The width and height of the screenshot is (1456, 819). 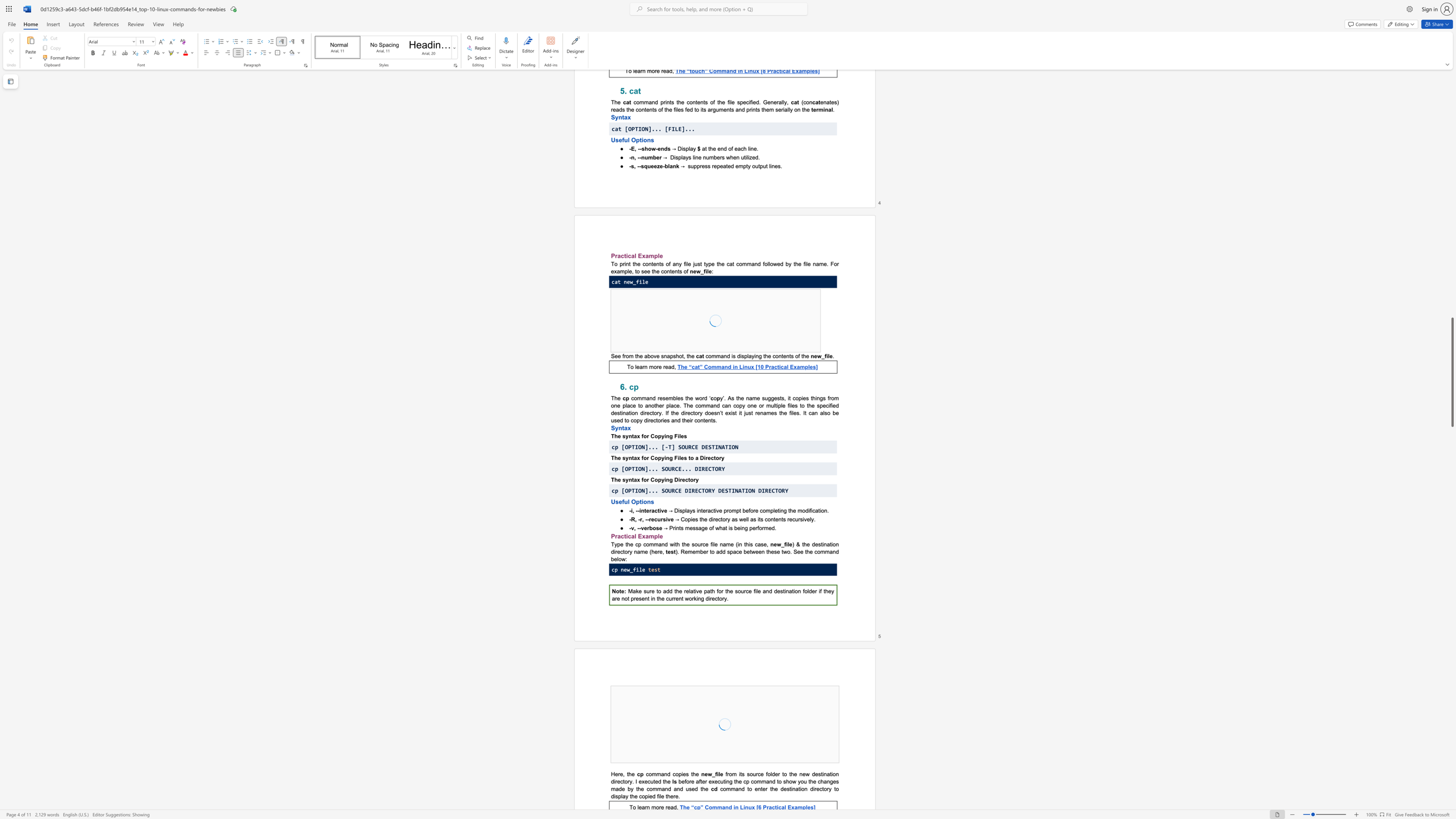 I want to click on the scrollbar to move the page upward, so click(x=1451, y=102).